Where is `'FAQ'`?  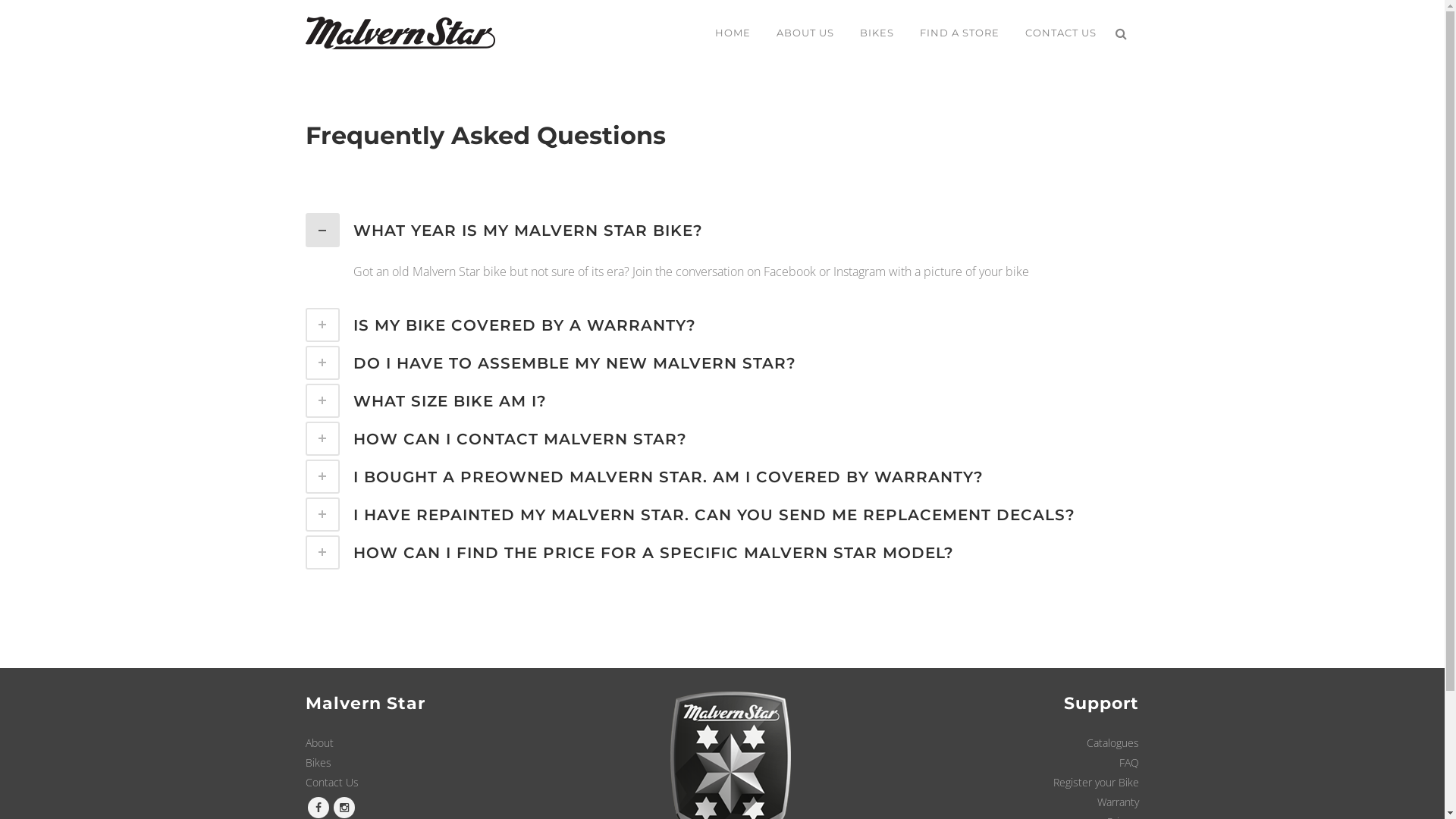 'FAQ' is located at coordinates (1128, 762).